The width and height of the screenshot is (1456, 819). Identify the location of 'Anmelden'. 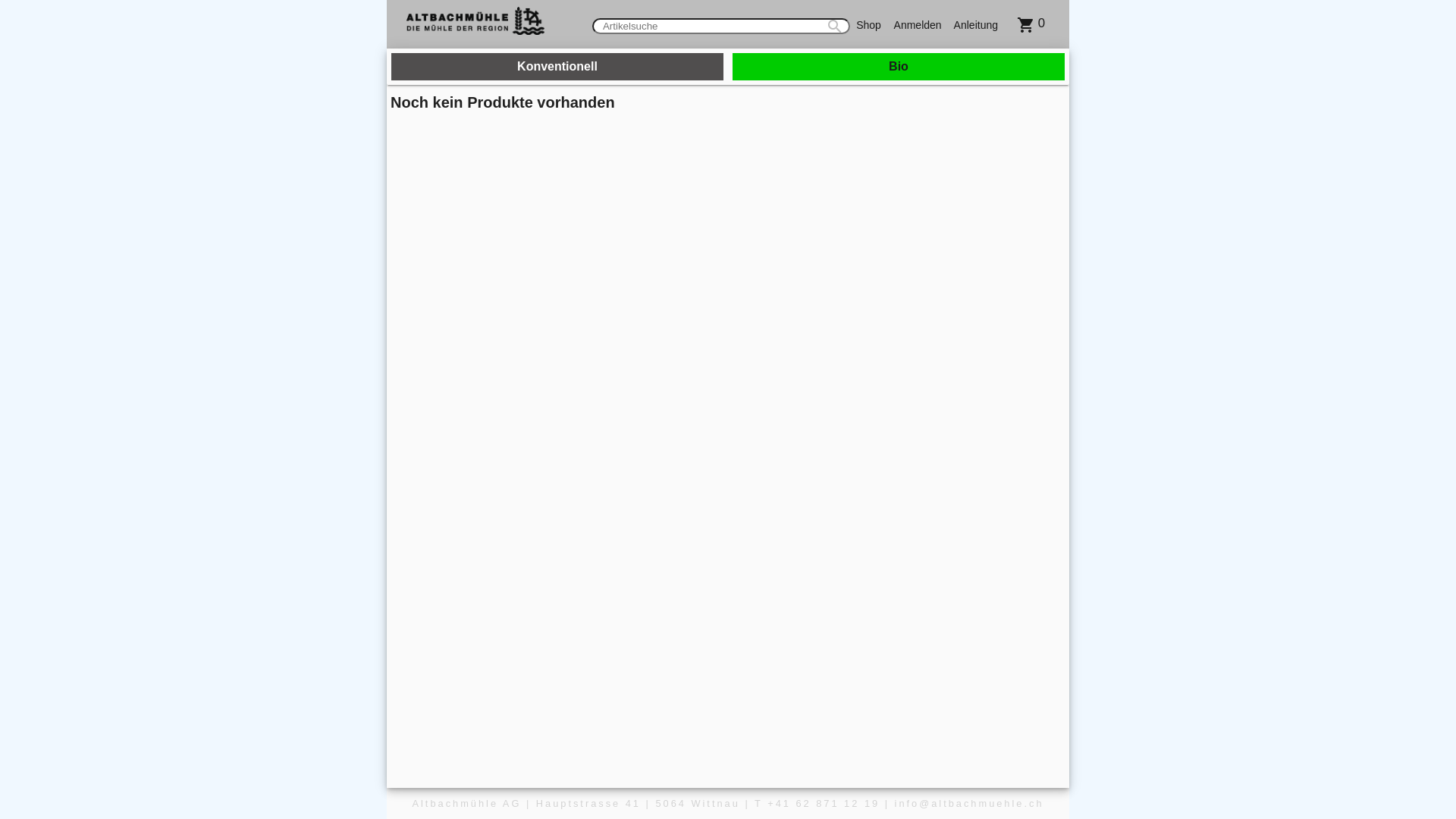
(917, 24).